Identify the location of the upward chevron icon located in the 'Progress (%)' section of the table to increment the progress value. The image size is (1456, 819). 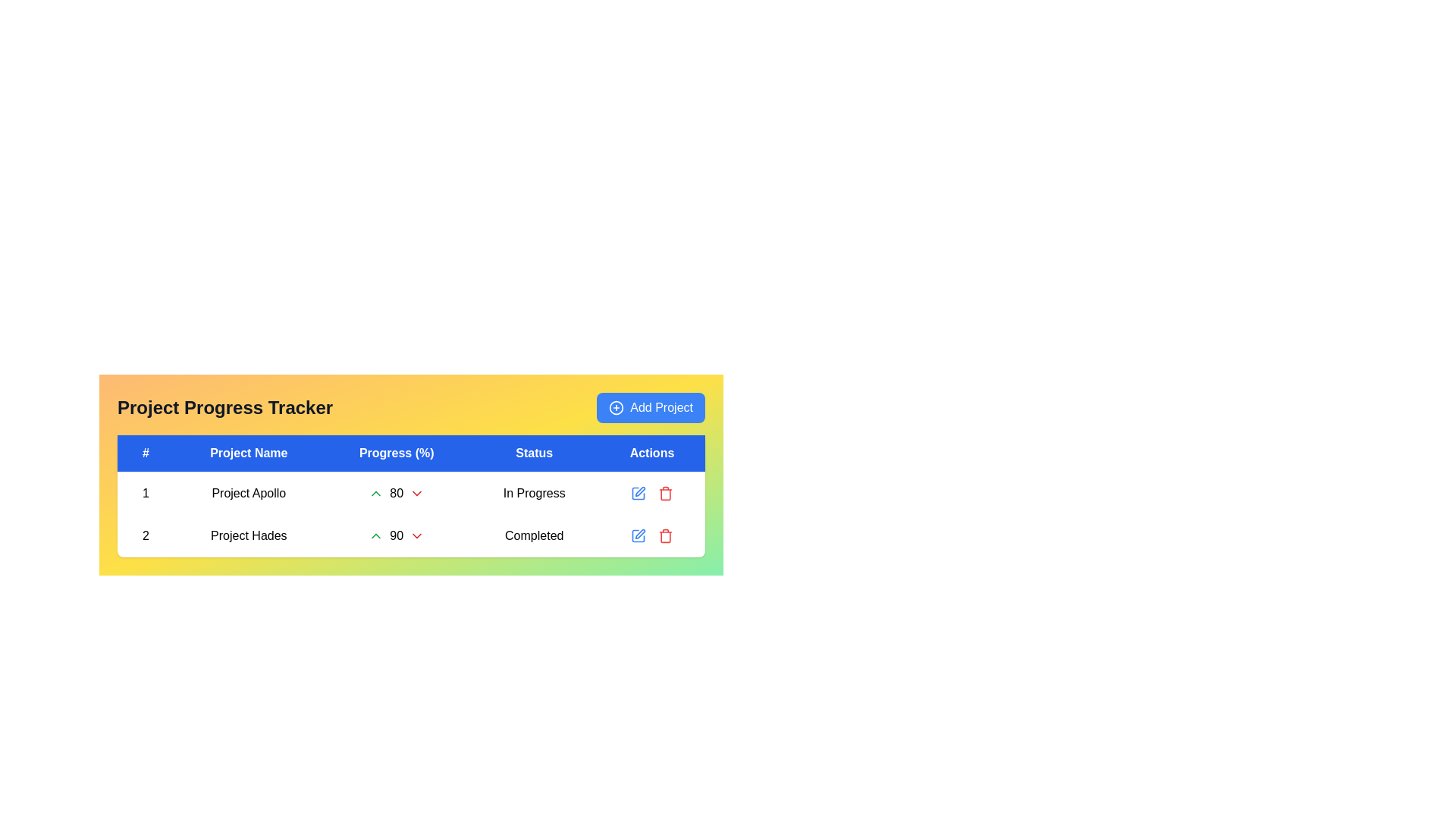
(376, 494).